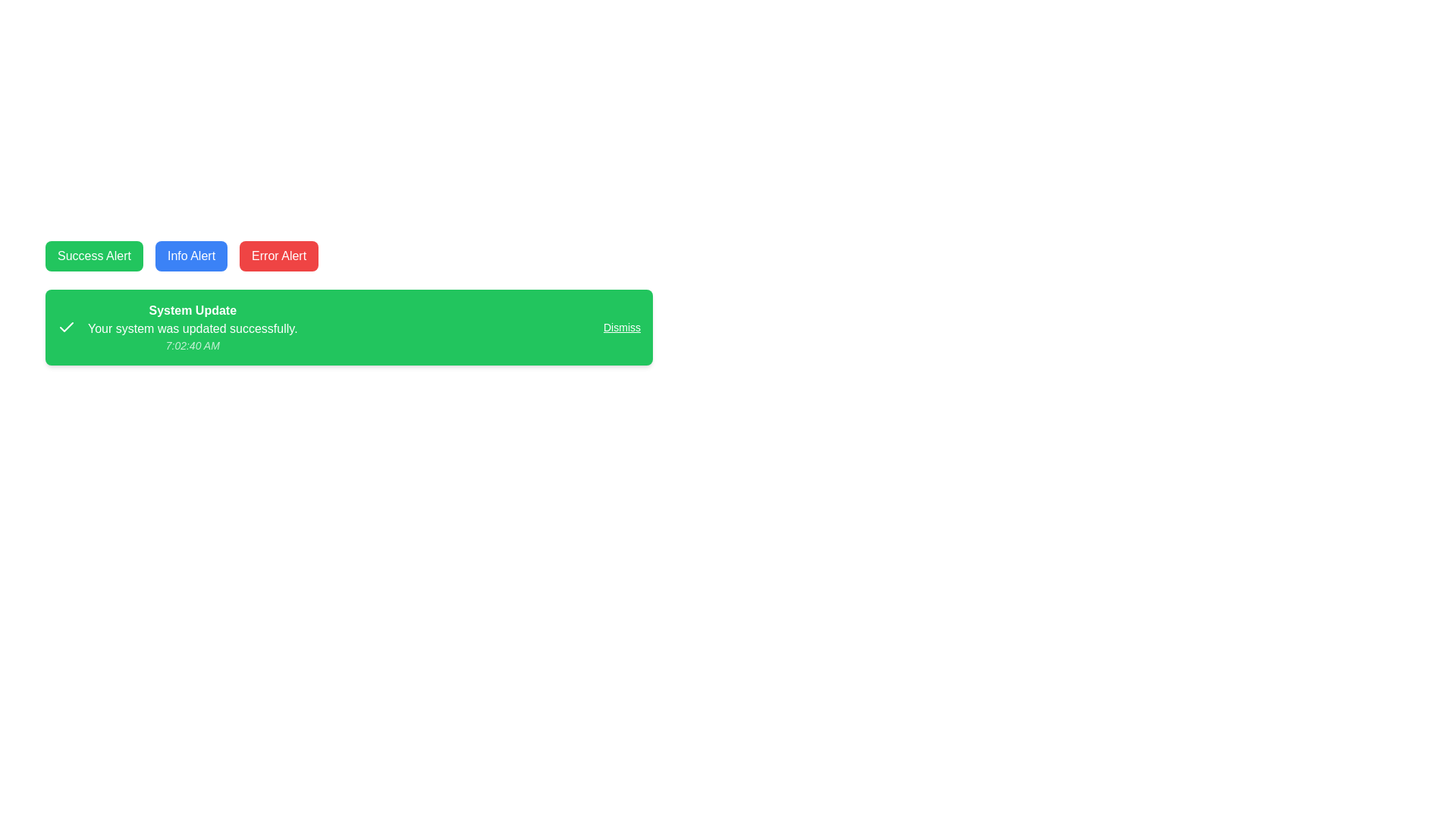 This screenshot has height=819, width=1456. I want to click on the informational text block that displays 'System Update', 'Your system was updated successfully.', and '7:02:40 AM' on a green background, so click(192, 327).